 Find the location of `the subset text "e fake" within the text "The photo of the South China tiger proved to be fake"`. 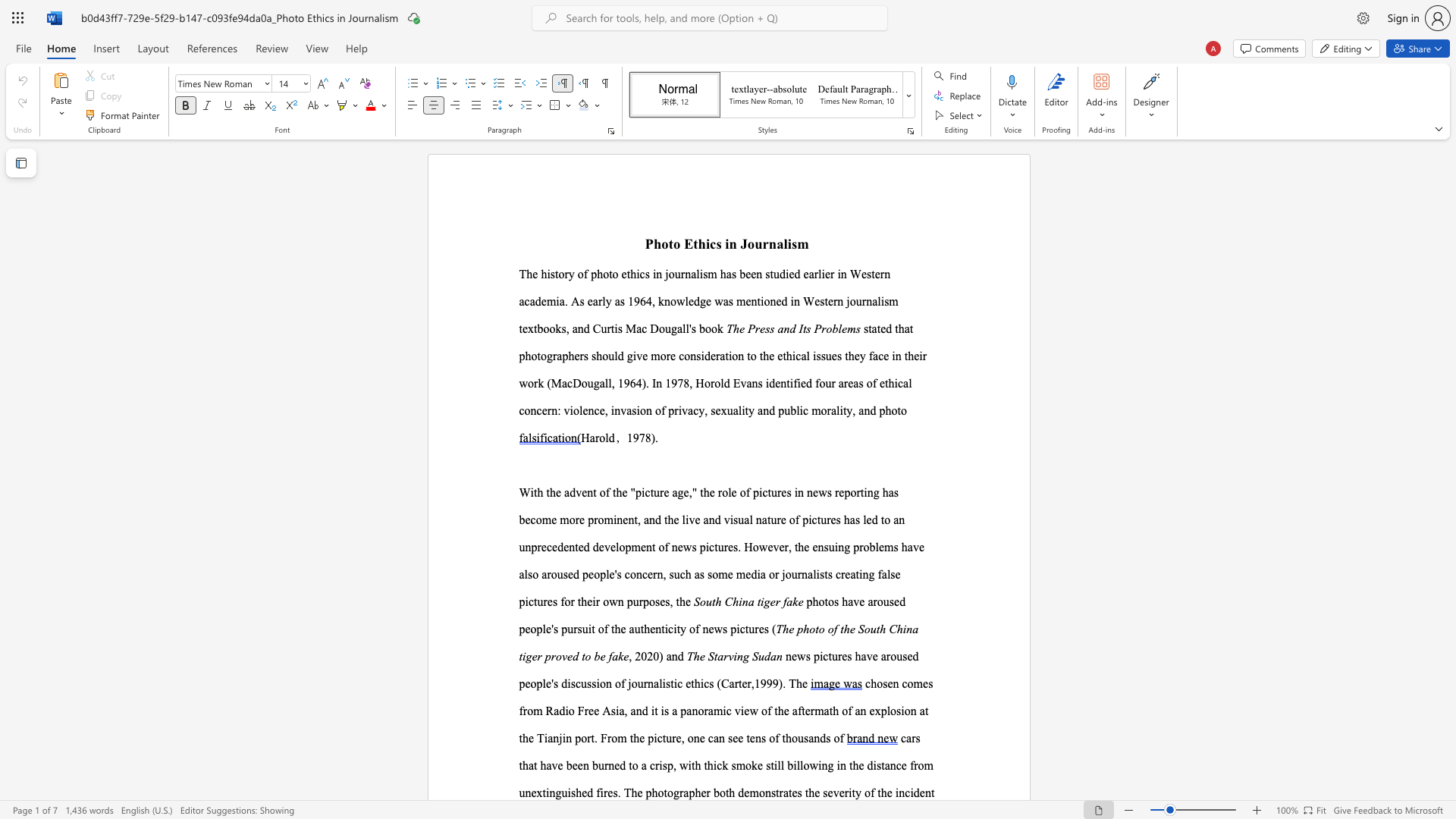

the subset text "e fake" within the text "The photo of the South China tiger proved to be fake" is located at coordinates (599, 655).